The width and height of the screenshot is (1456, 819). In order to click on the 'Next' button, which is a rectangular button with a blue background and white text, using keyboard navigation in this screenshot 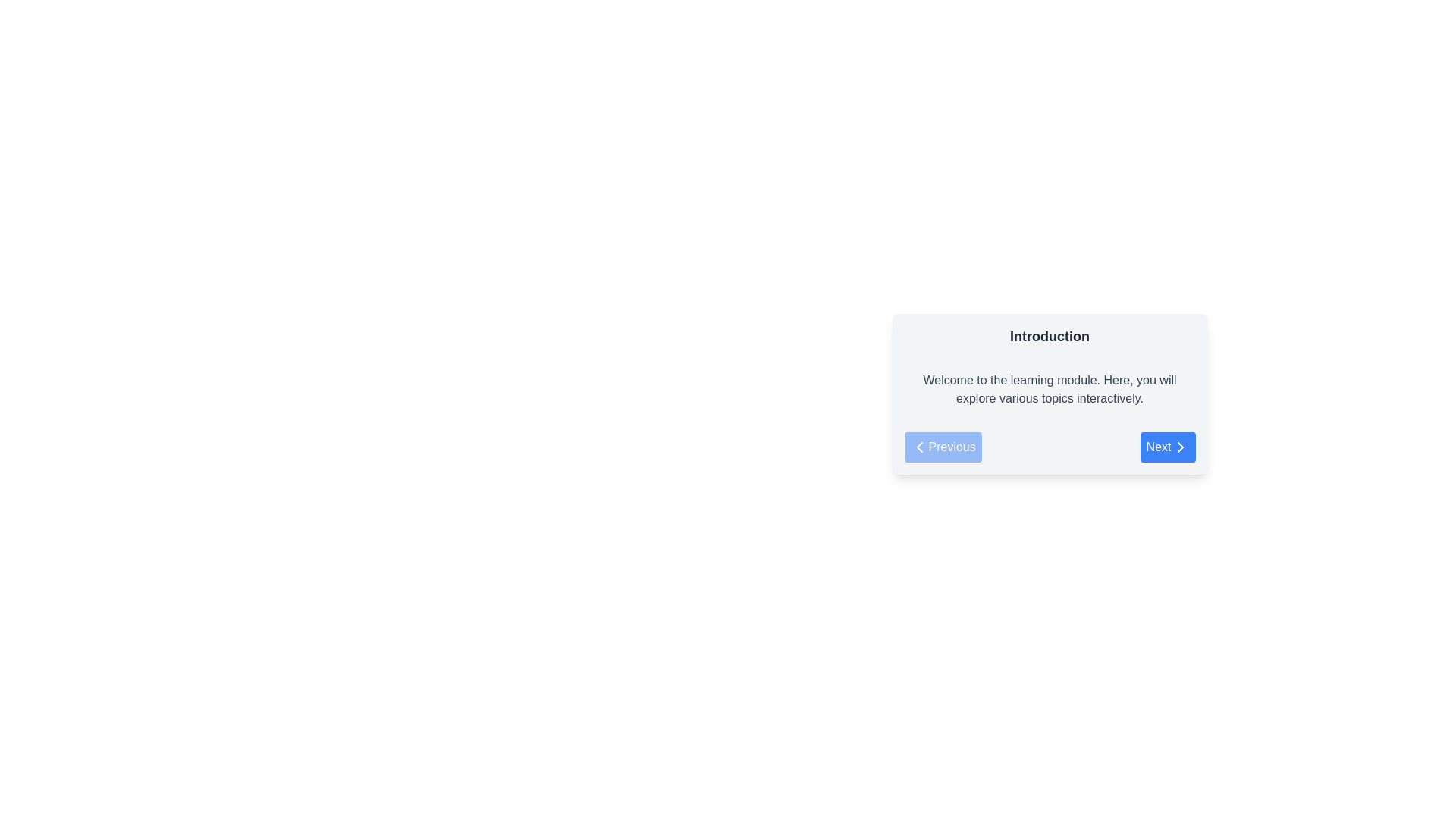, I will do `click(1167, 447)`.